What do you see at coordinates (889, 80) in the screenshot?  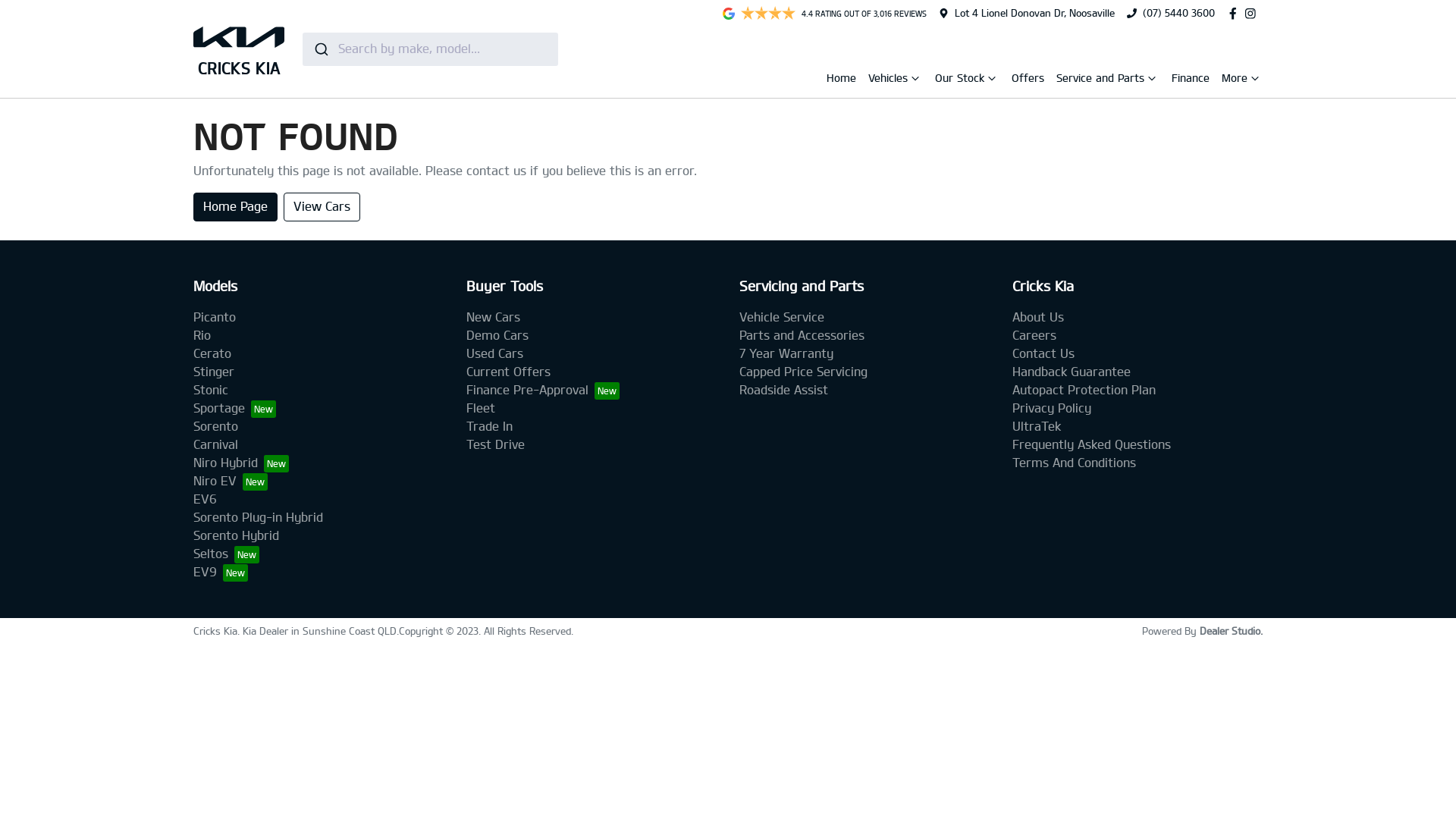 I see `'Vehicles'` at bounding box center [889, 80].